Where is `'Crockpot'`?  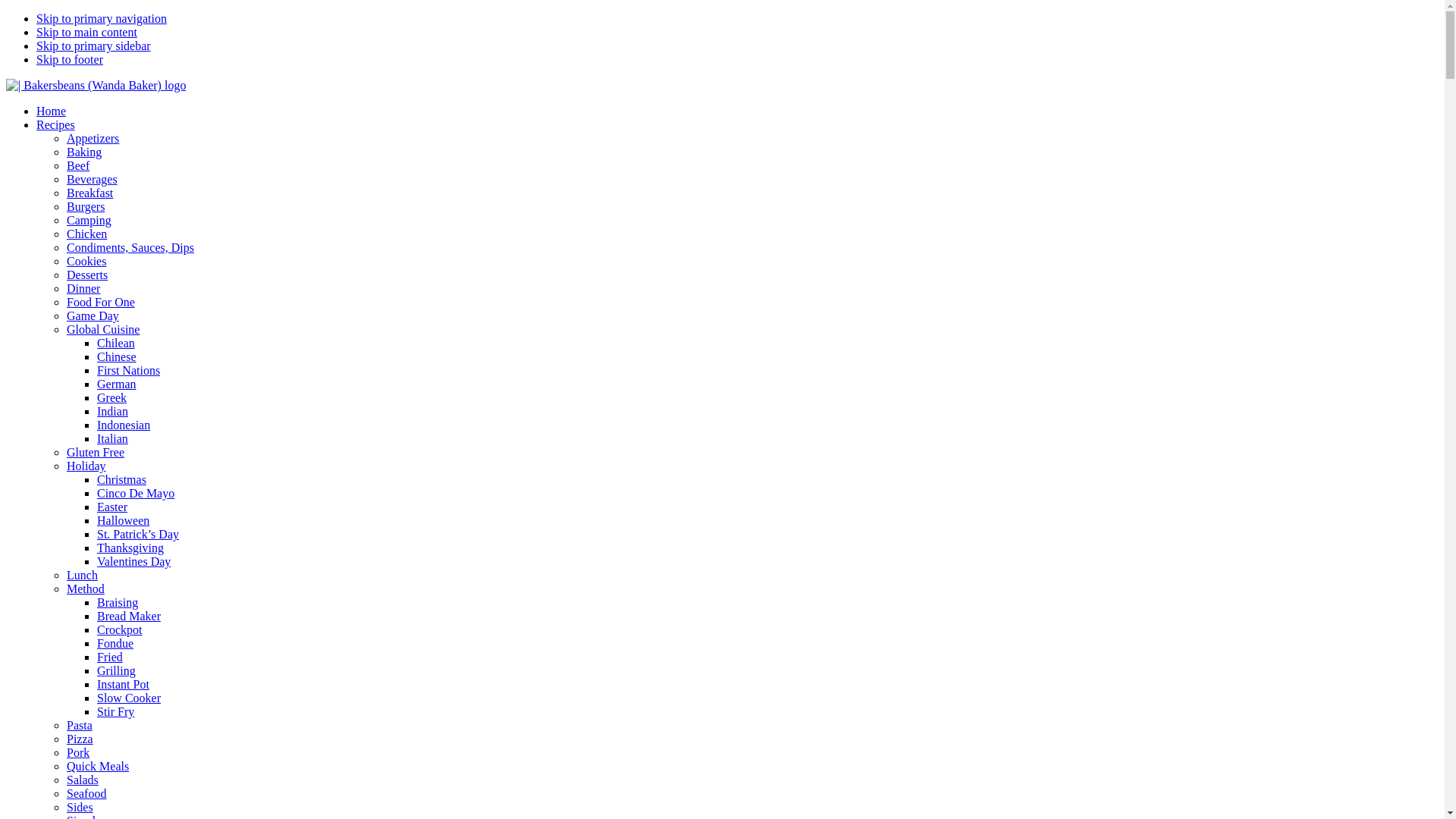
'Crockpot' is located at coordinates (96, 629).